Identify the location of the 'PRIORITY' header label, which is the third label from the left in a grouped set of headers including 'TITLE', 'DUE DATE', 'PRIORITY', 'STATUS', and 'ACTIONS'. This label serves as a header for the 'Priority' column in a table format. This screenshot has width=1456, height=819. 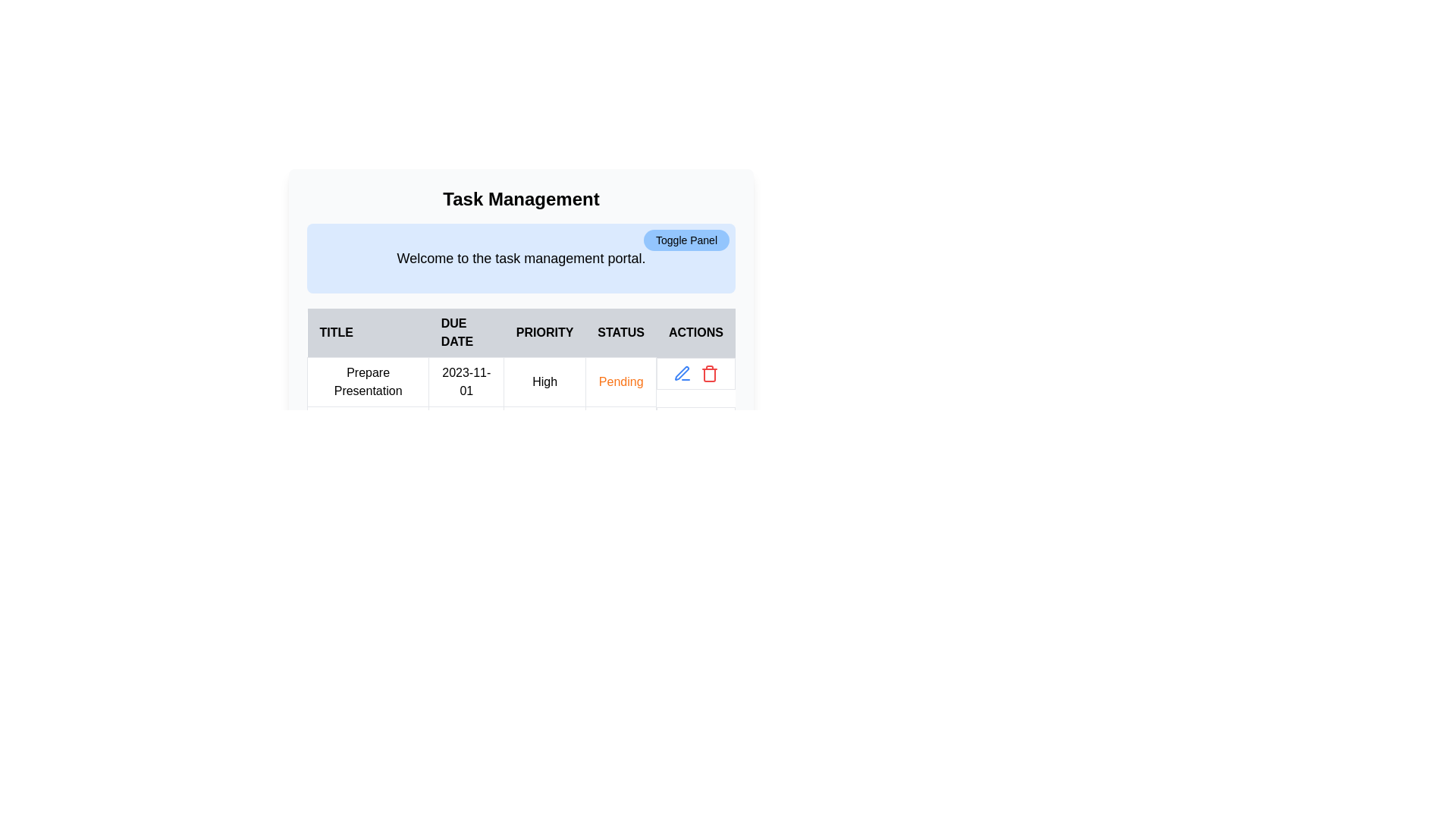
(544, 332).